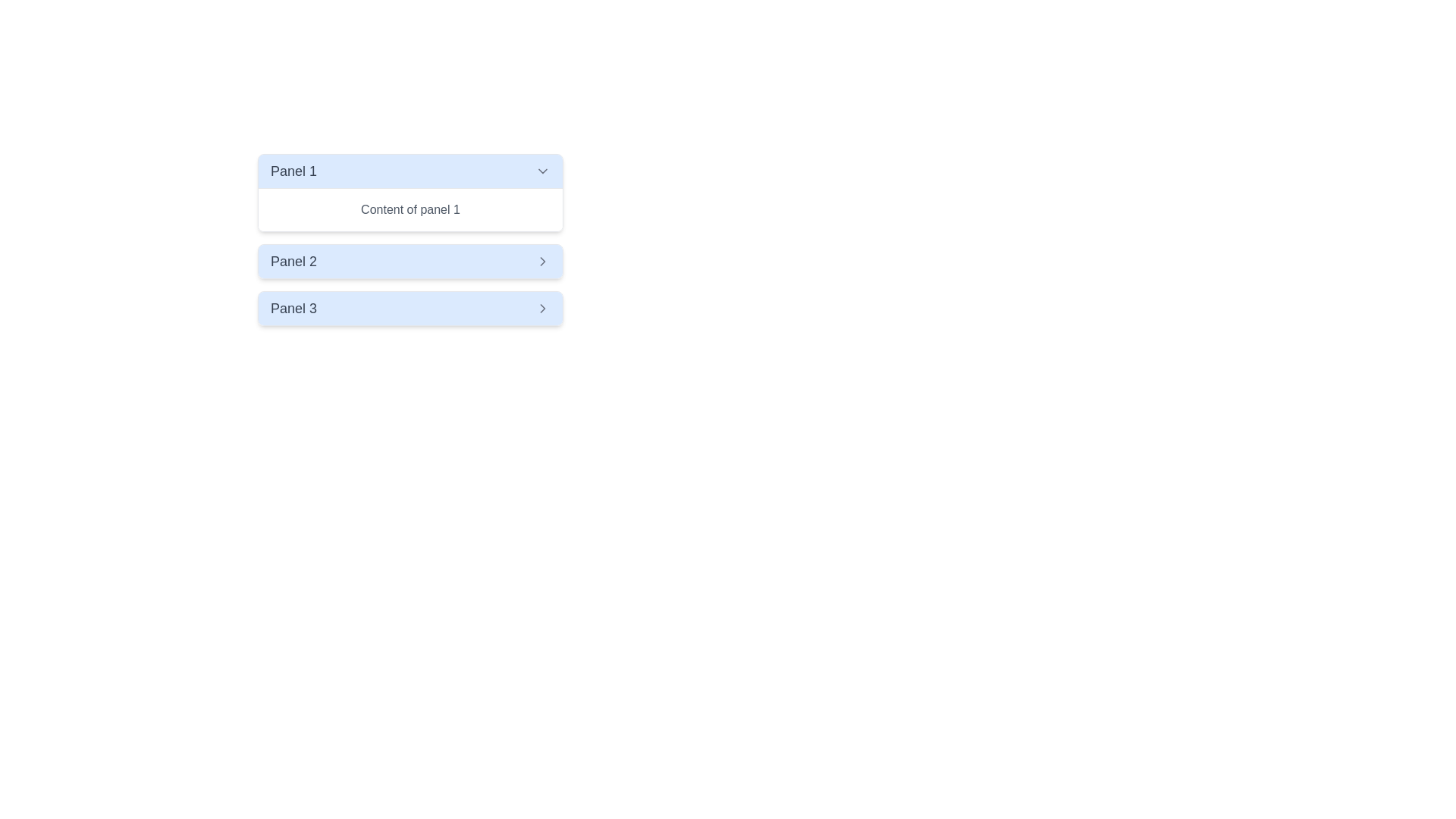 The width and height of the screenshot is (1456, 819). I want to click on the Text Label that identifies the third panel in a list of collapsible panels, so click(293, 308).